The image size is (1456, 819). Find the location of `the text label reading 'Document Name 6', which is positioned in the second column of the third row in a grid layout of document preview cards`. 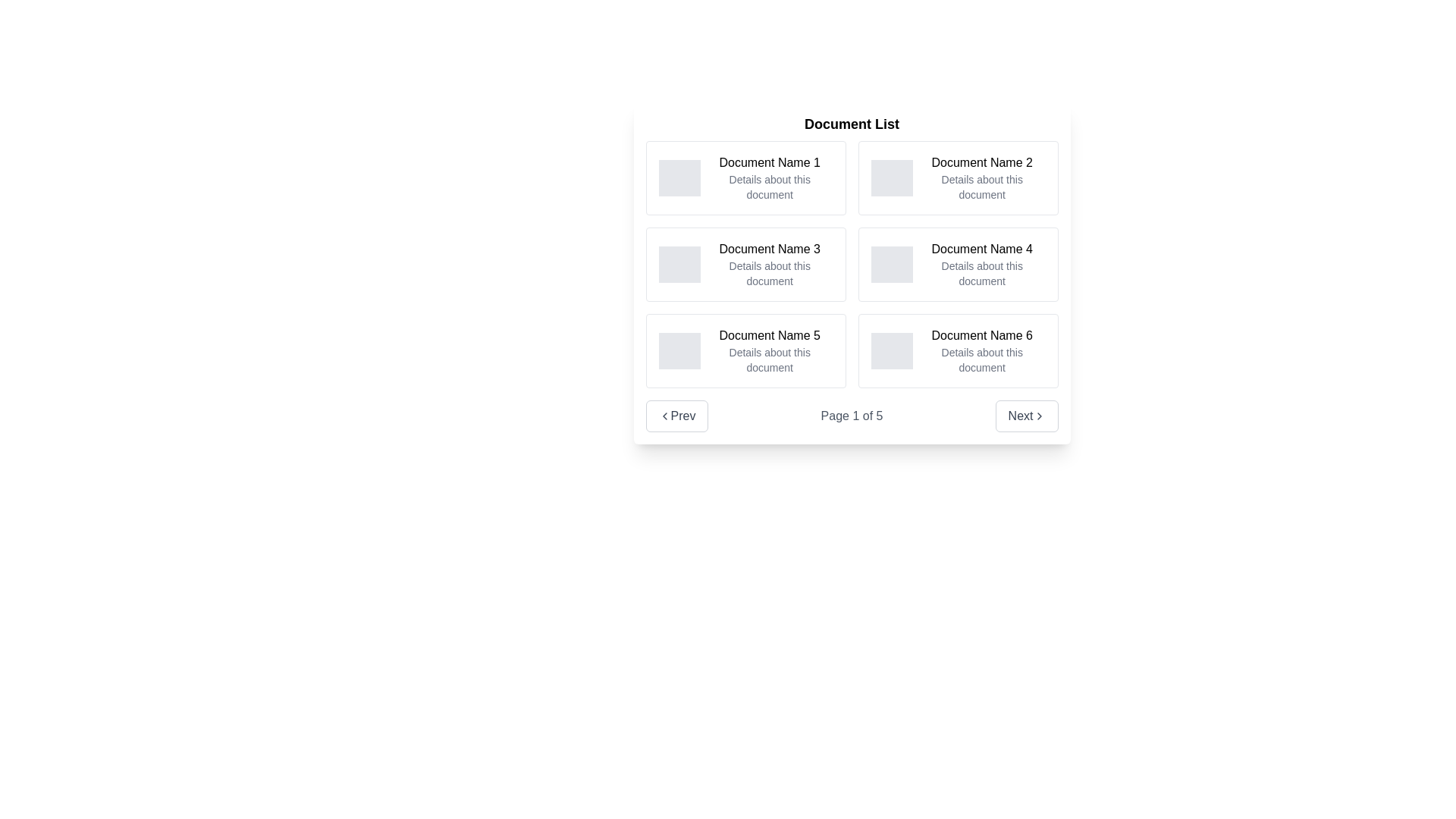

the text label reading 'Document Name 6', which is positioned in the second column of the third row in a grid layout of document preview cards is located at coordinates (982, 335).